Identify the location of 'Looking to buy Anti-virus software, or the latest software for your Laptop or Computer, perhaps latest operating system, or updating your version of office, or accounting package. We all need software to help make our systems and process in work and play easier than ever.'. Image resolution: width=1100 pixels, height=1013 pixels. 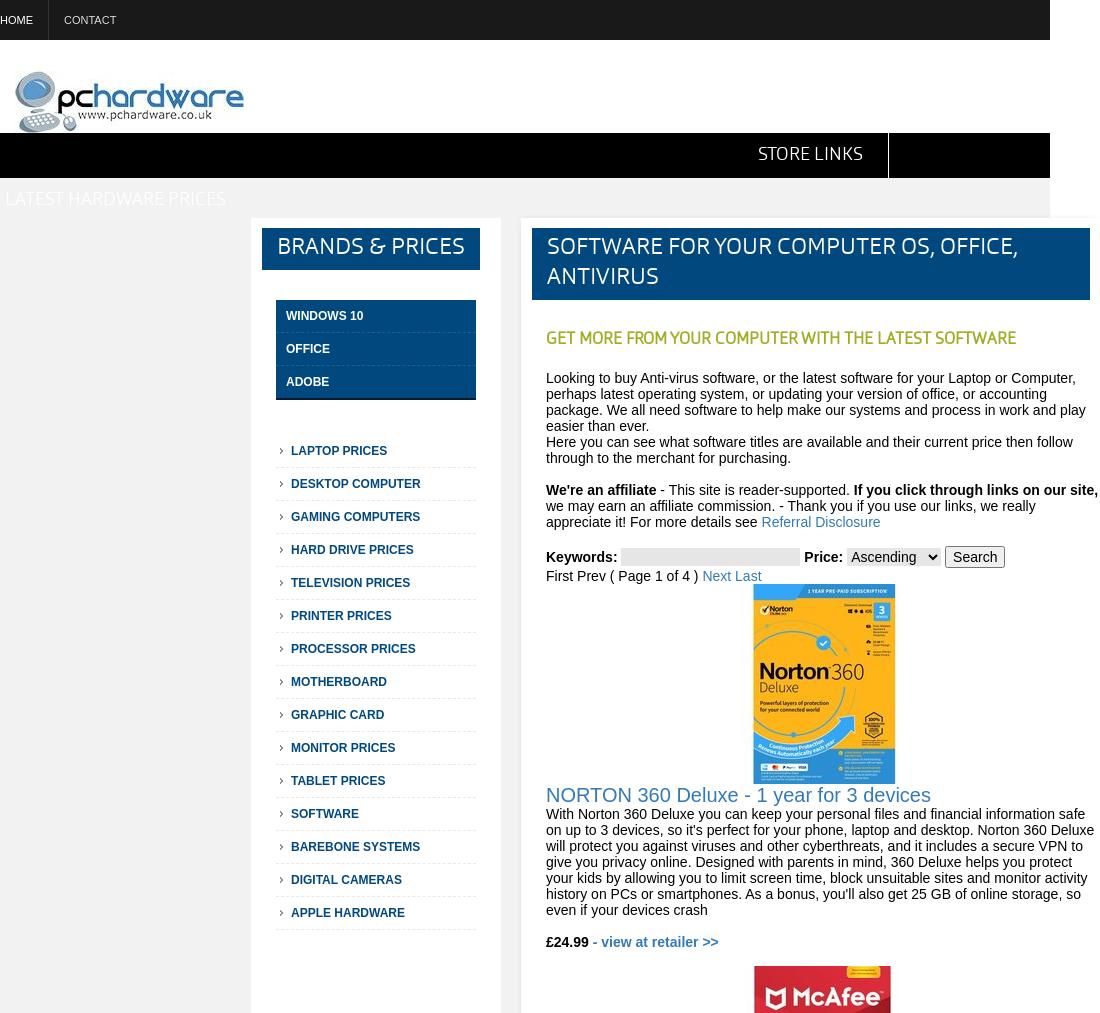
(815, 401).